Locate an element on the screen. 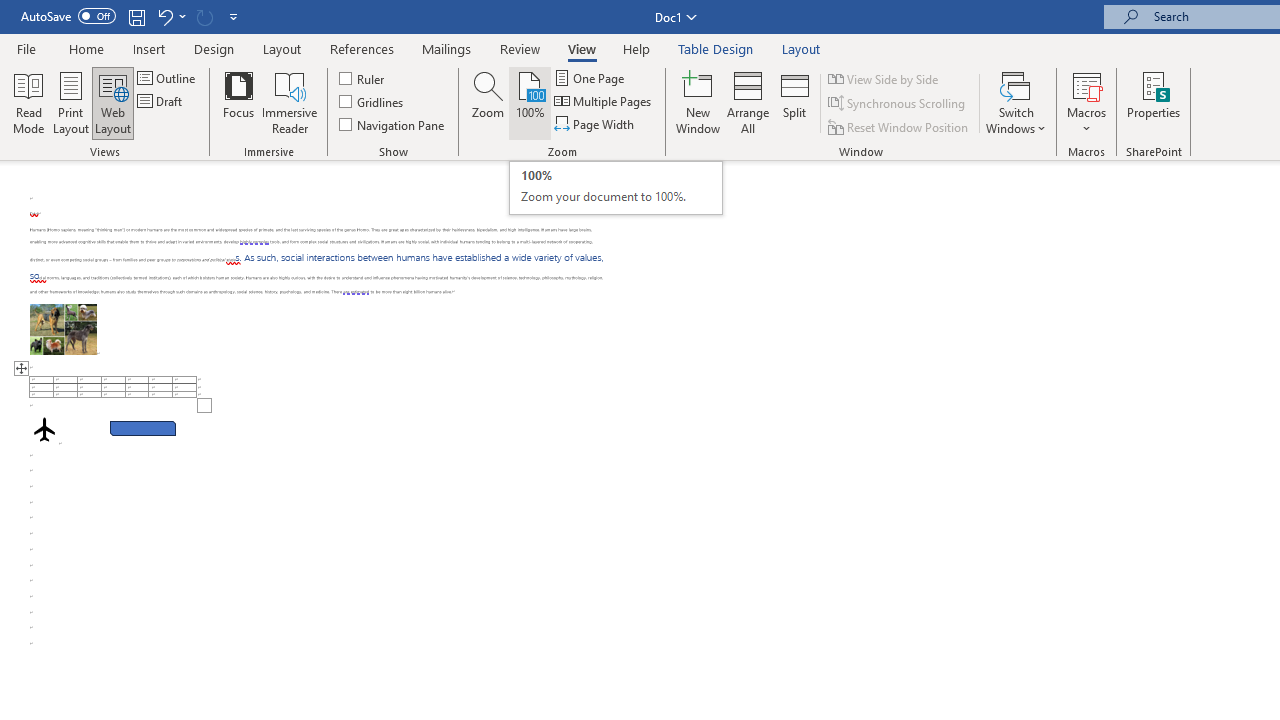  'Navigation Pane' is located at coordinates (392, 124).